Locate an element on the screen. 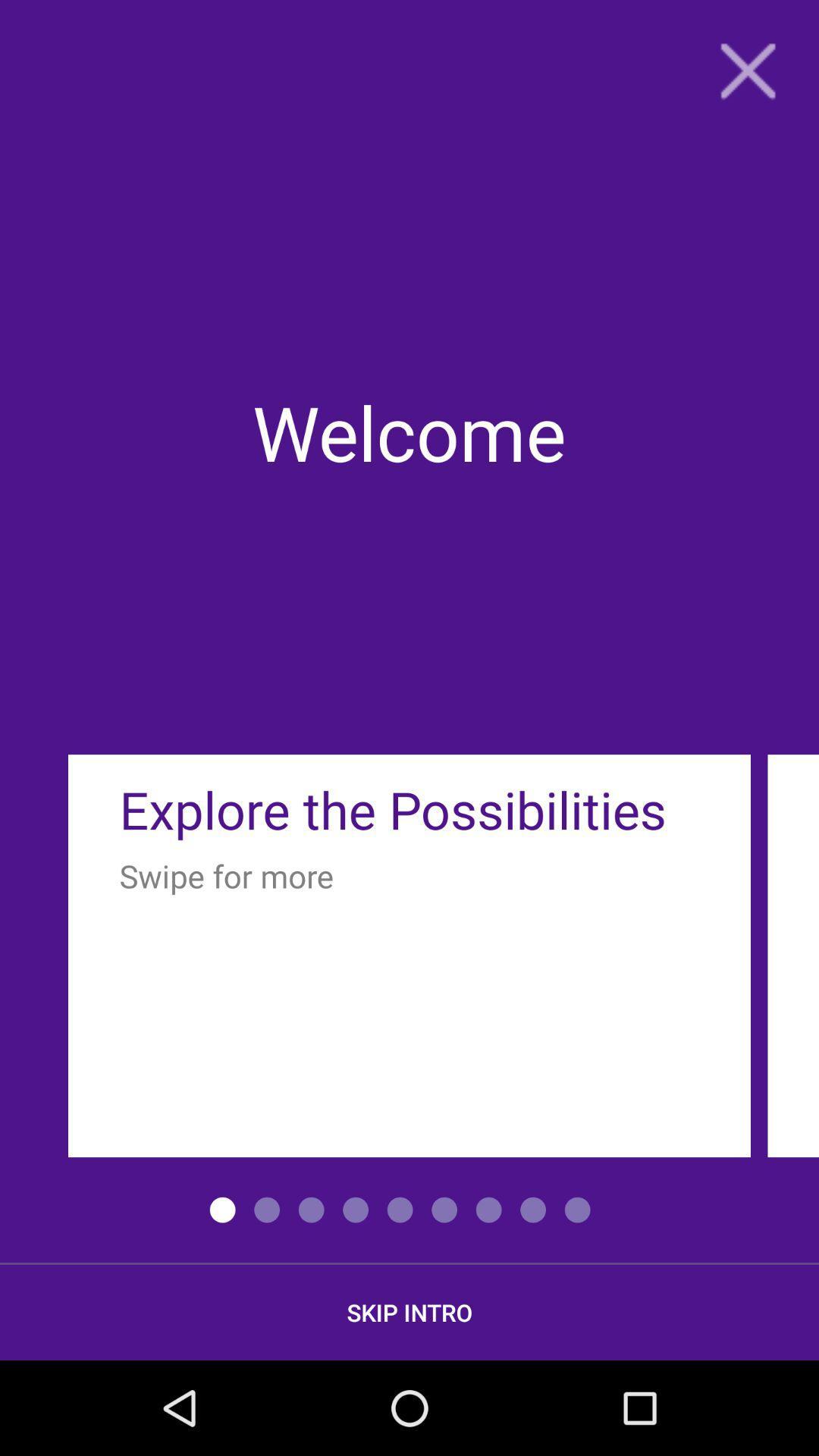  the fifth option above skip intro is located at coordinates (400, 1210).